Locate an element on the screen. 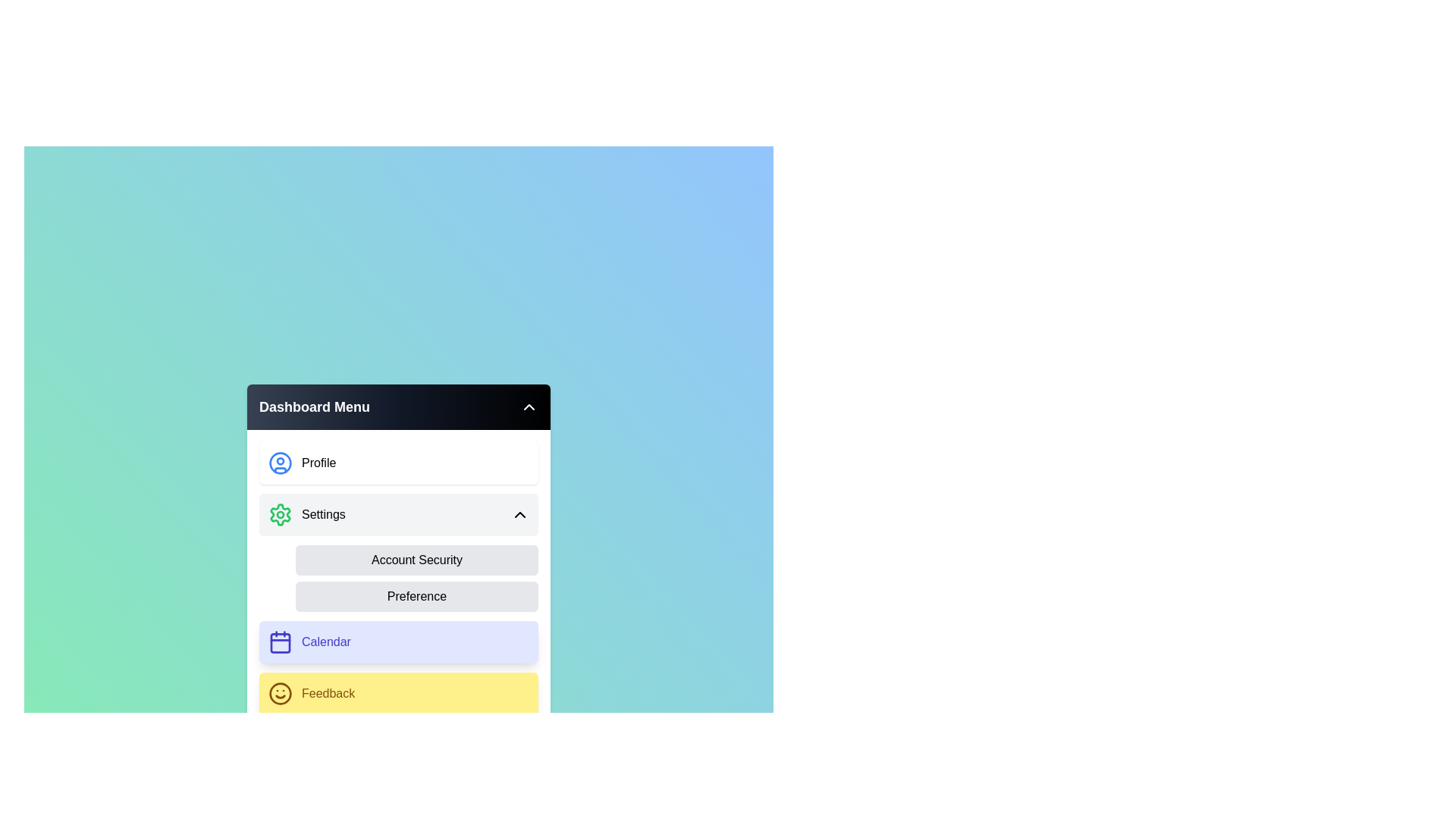  the 'Account Security' button located in the submenu under the 'Settings' category is located at coordinates (399, 579).